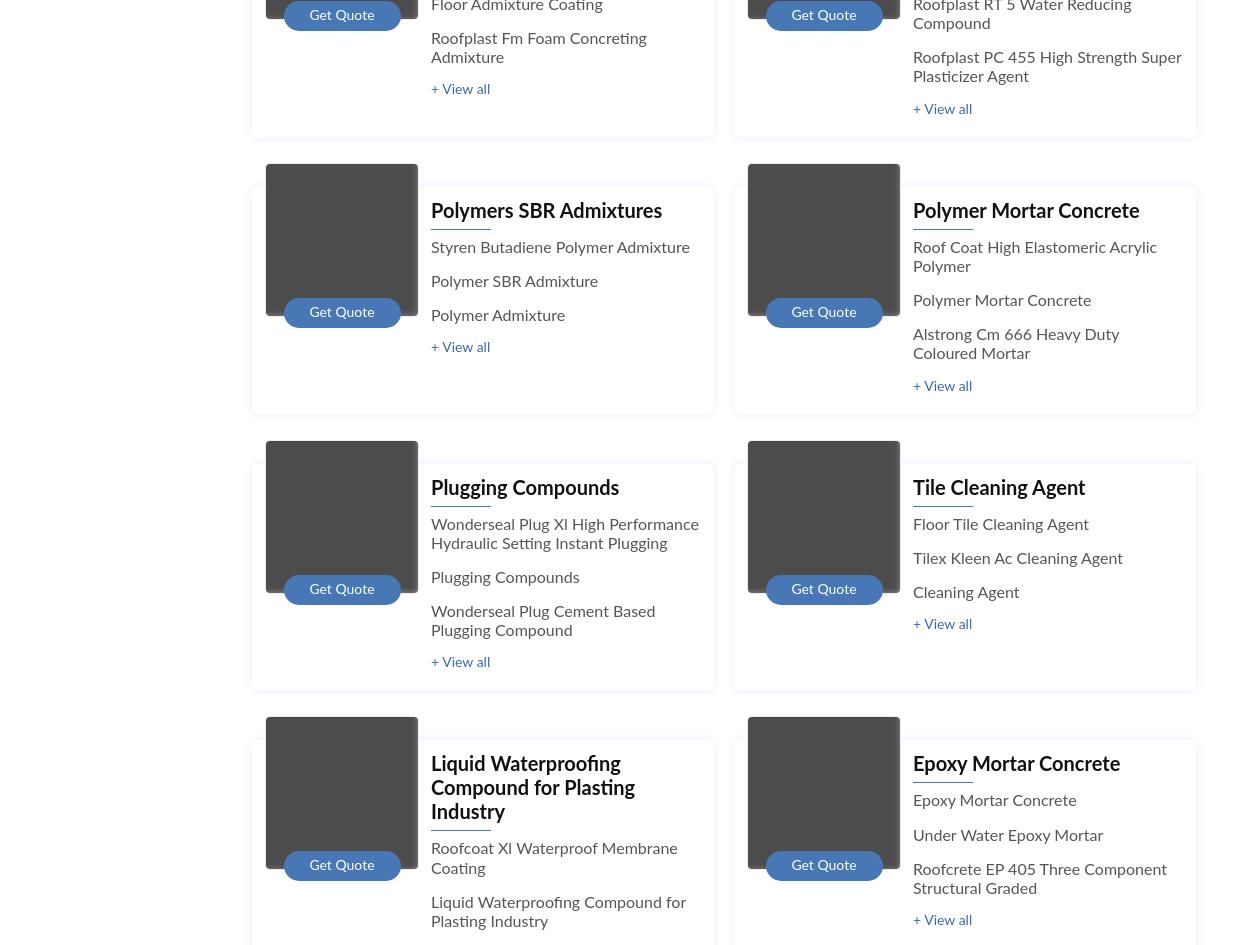 This screenshot has width=1250, height=945. Describe the element at coordinates (431, 858) in the screenshot. I see `'Roofcoat Xl Waterproof Membrane Coating'` at that location.